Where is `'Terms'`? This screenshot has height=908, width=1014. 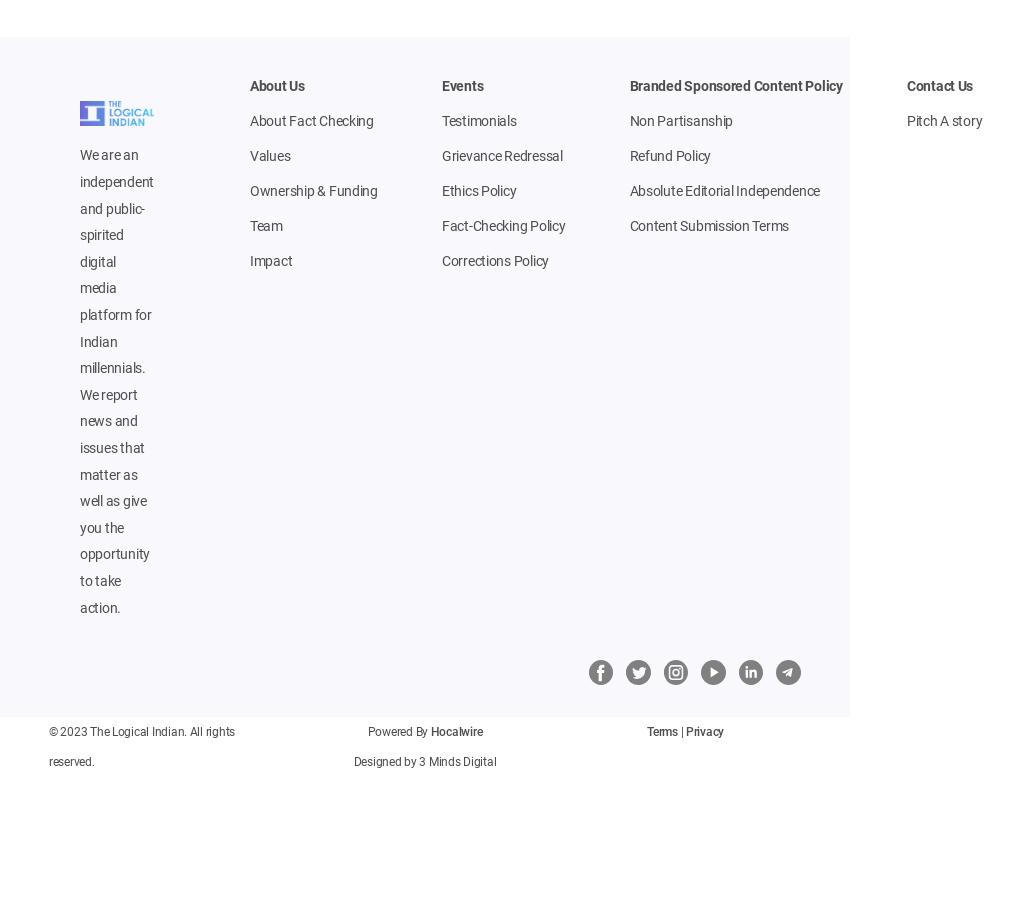
'Terms' is located at coordinates (647, 732).